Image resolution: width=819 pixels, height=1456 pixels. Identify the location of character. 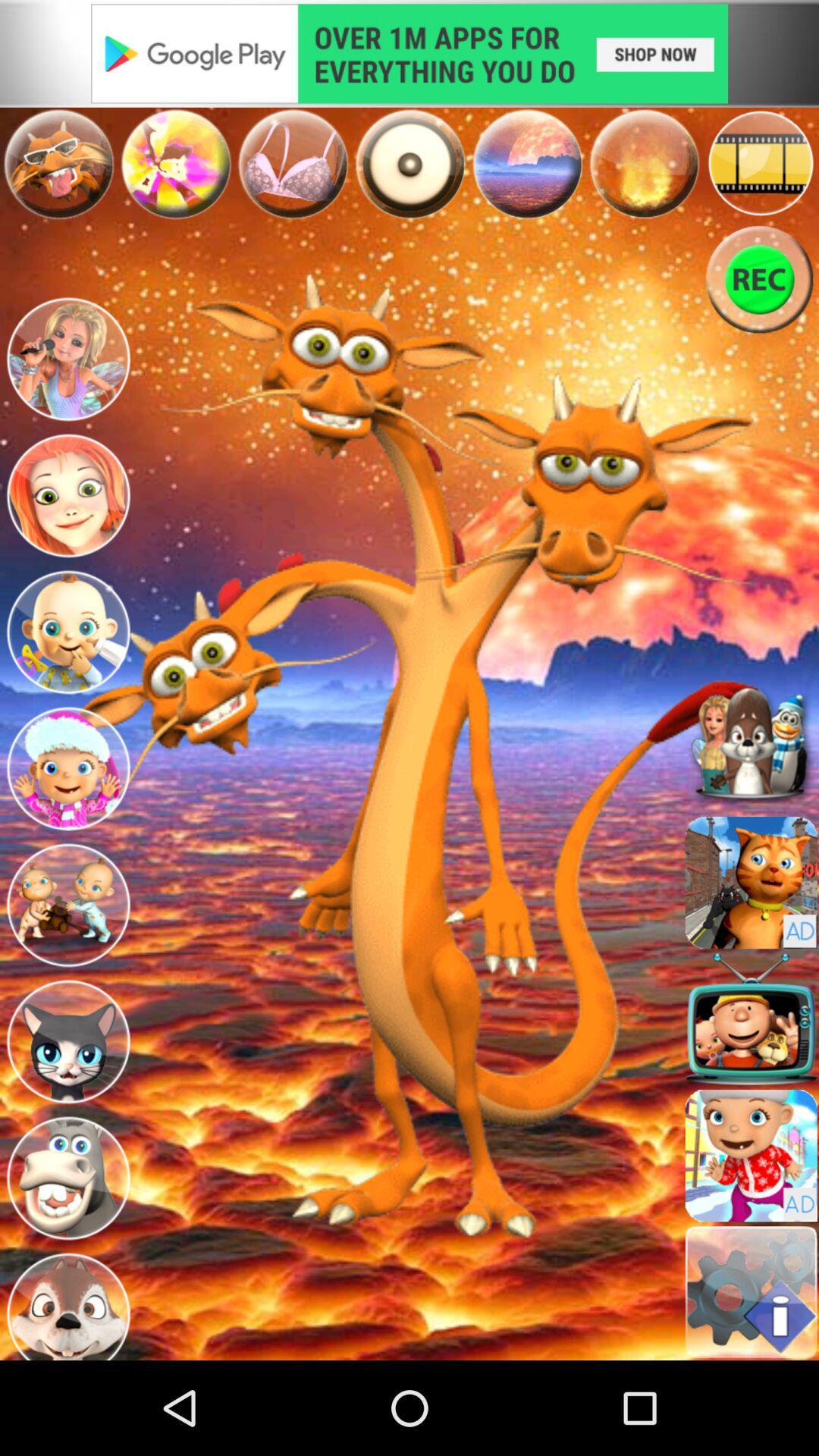
(751, 882).